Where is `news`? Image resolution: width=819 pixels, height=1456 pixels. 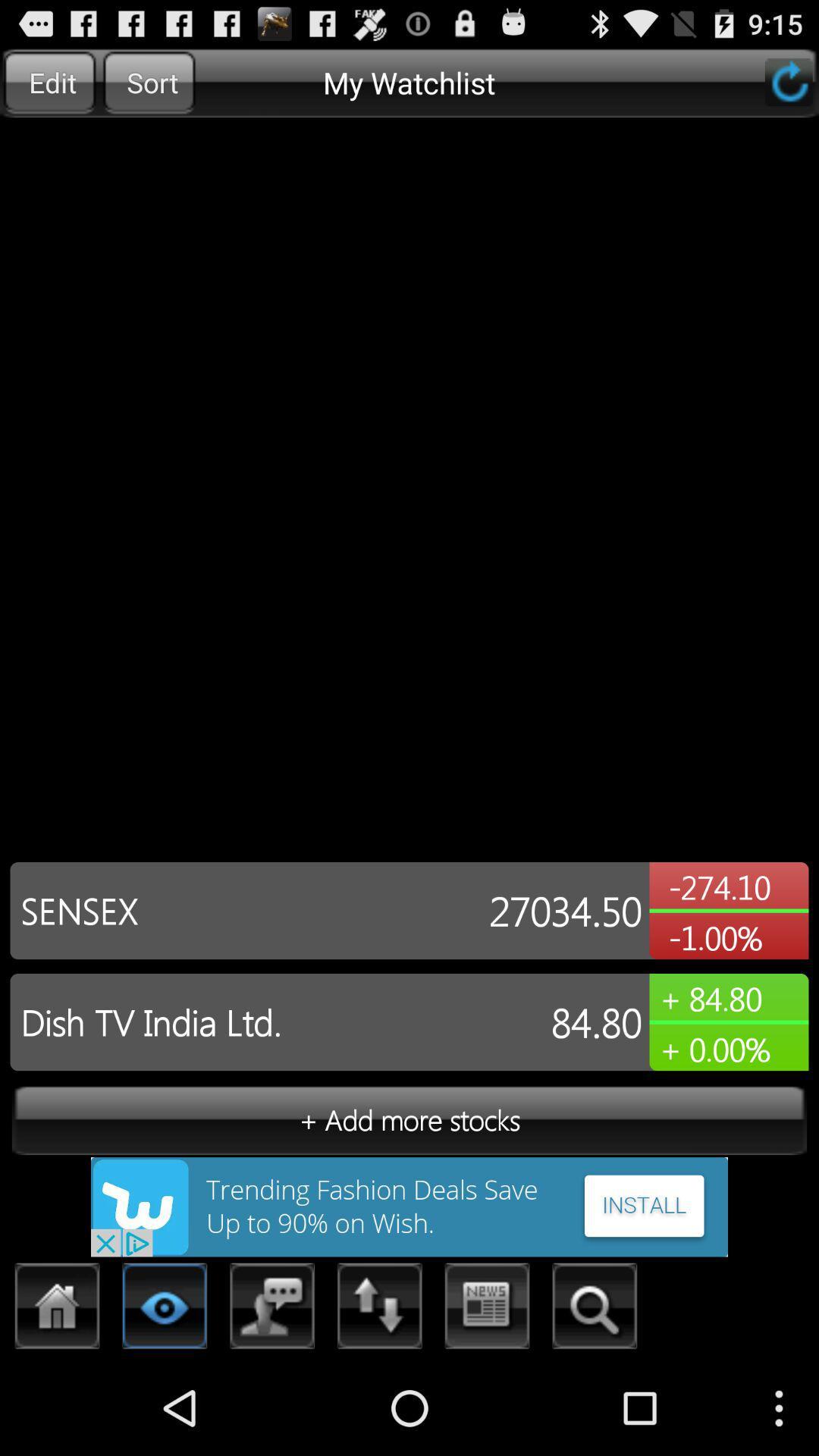 news is located at coordinates (488, 1310).